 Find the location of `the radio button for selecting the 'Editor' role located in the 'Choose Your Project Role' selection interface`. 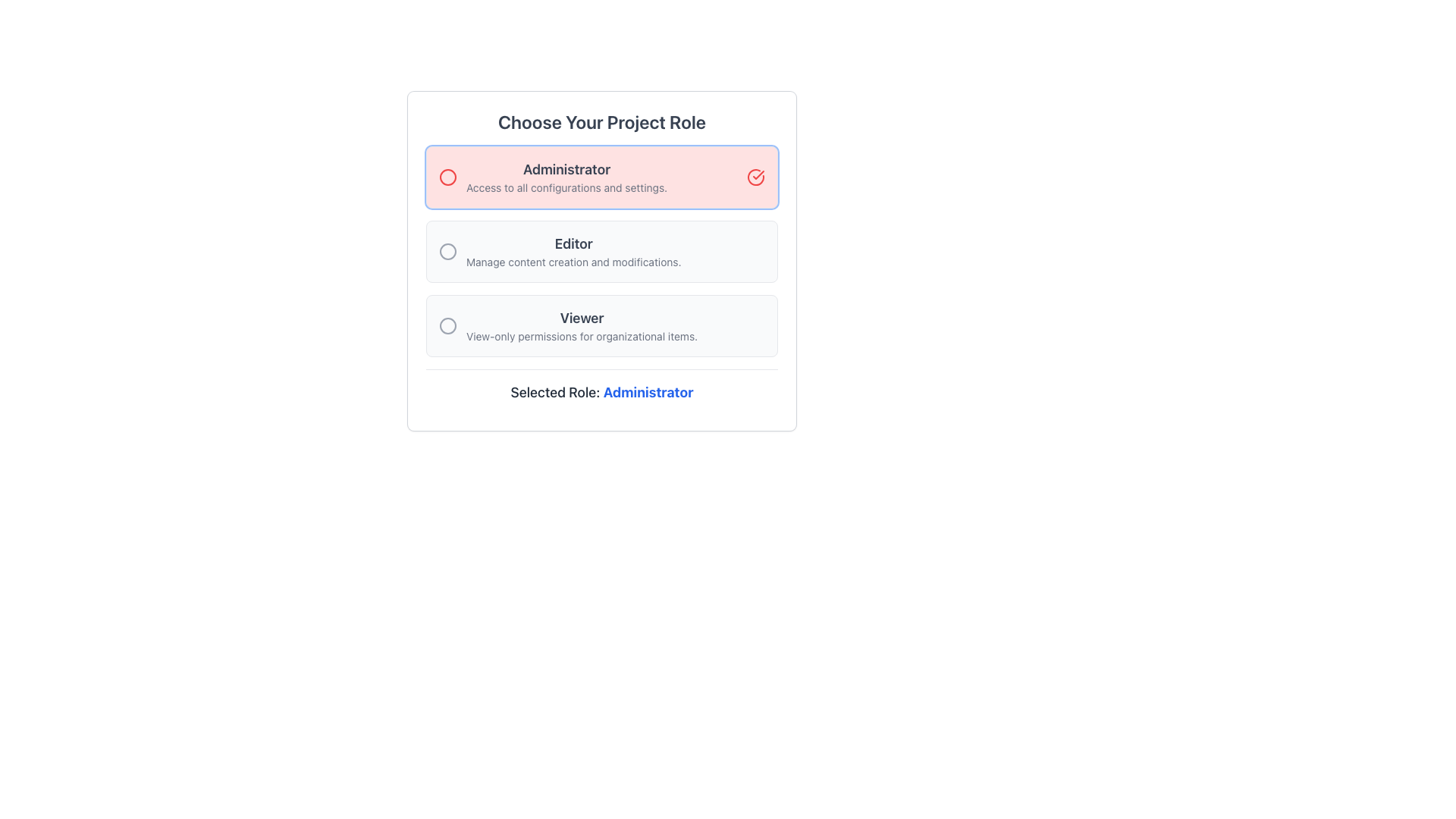

the radio button for selecting the 'Editor' role located in the 'Choose Your Project Role' selection interface is located at coordinates (447, 250).